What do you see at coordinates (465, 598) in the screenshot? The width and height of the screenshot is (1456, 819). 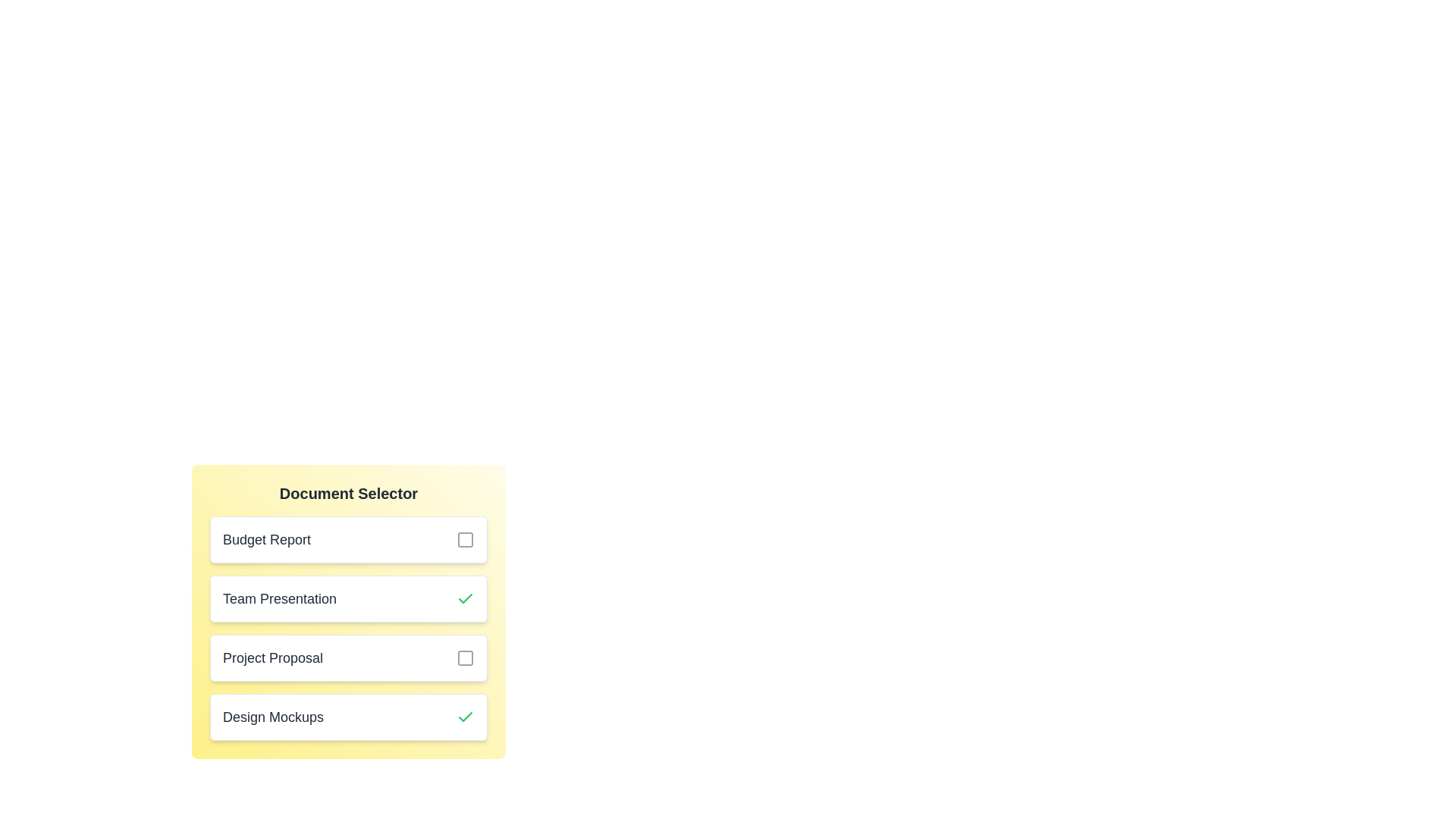 I see `the document Team Presentation by clicking its checkbox` at bounding box center [465, 598].